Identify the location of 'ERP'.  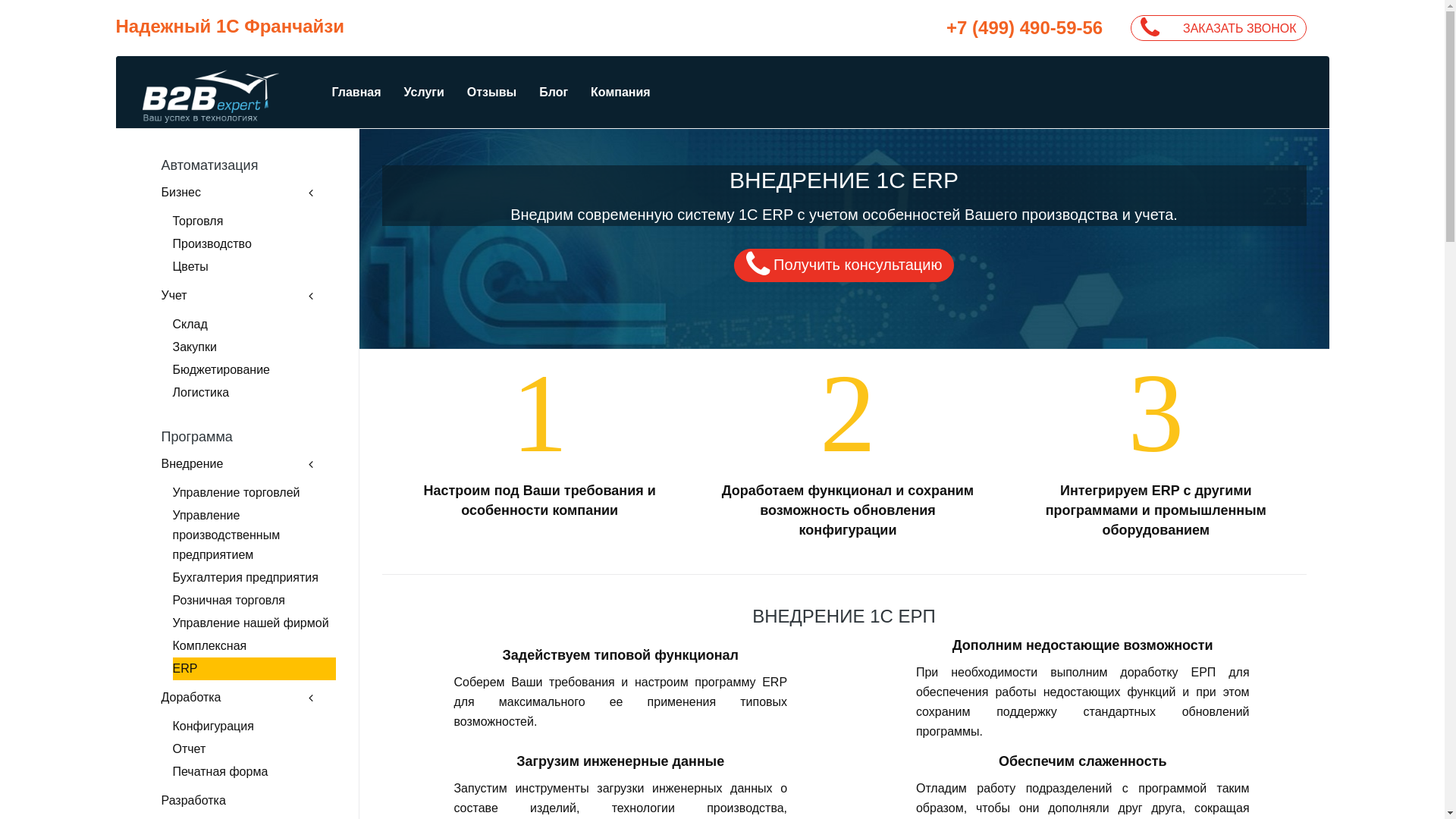
(254, 668).